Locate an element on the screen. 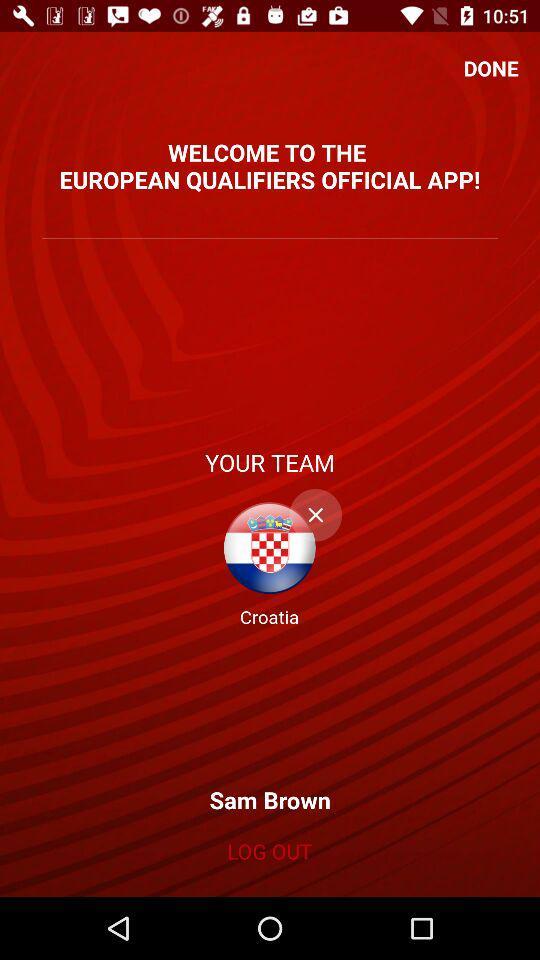 The height and width of the screenshot is (960, 540). button is located at coordinates (315, 514).